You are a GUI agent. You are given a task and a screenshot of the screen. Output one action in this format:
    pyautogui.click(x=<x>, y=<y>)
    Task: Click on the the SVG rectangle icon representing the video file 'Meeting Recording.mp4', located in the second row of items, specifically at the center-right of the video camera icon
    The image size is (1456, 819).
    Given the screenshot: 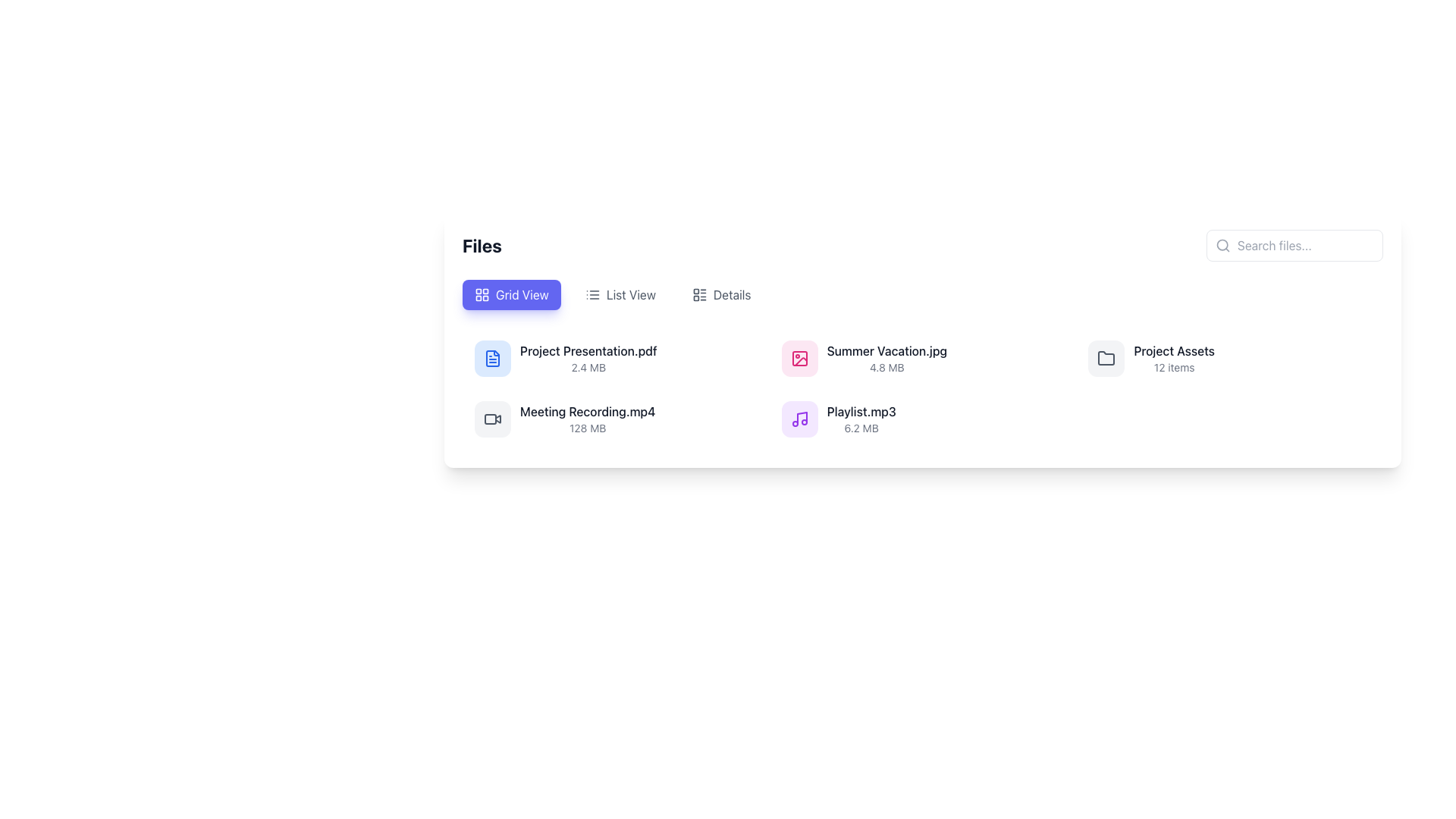 What is the action you would take?
    pyautogui.click(x=491, y=419)
    